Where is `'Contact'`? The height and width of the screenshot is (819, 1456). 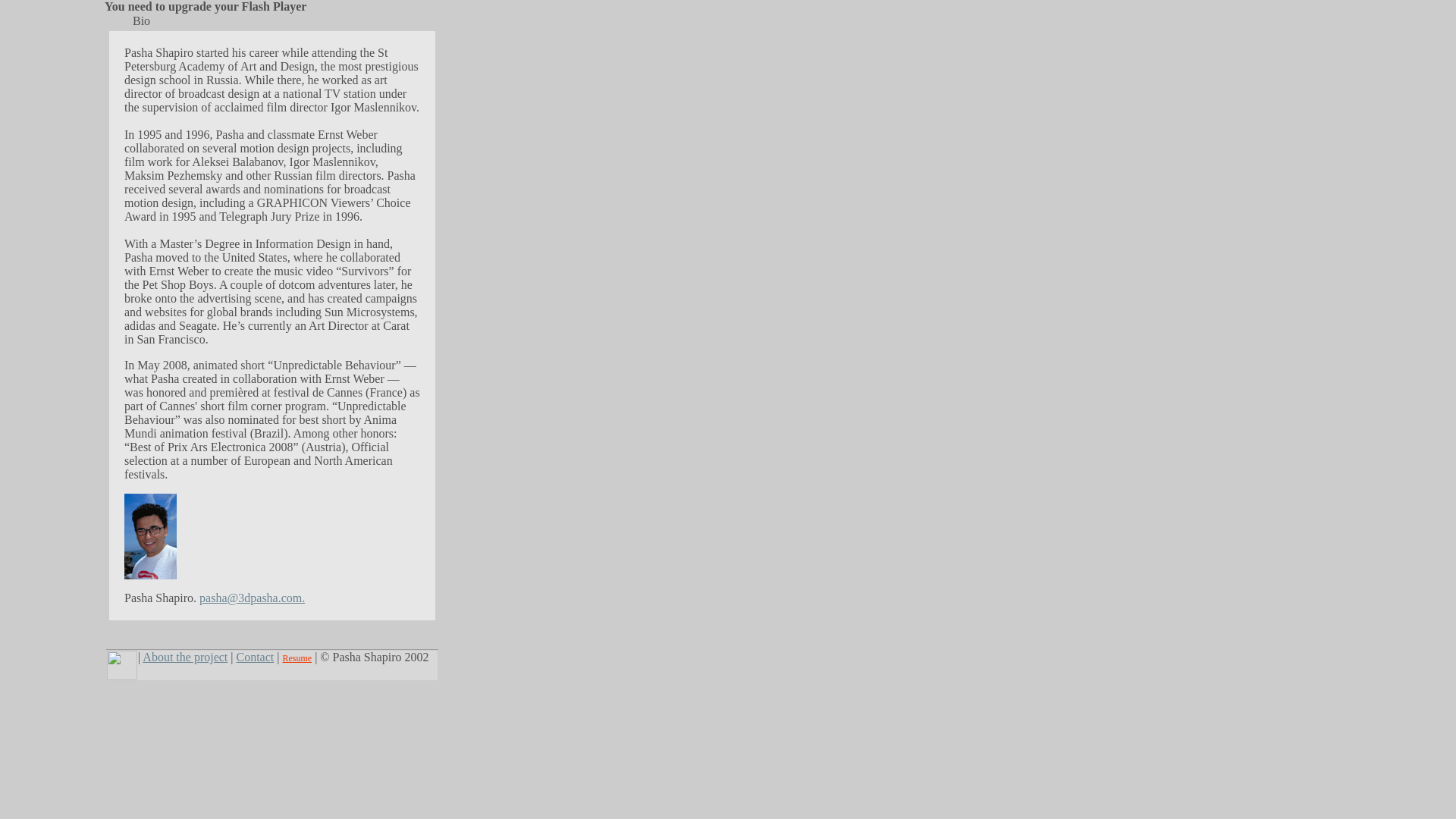
'Contact' is located at coordinates (236, 656).